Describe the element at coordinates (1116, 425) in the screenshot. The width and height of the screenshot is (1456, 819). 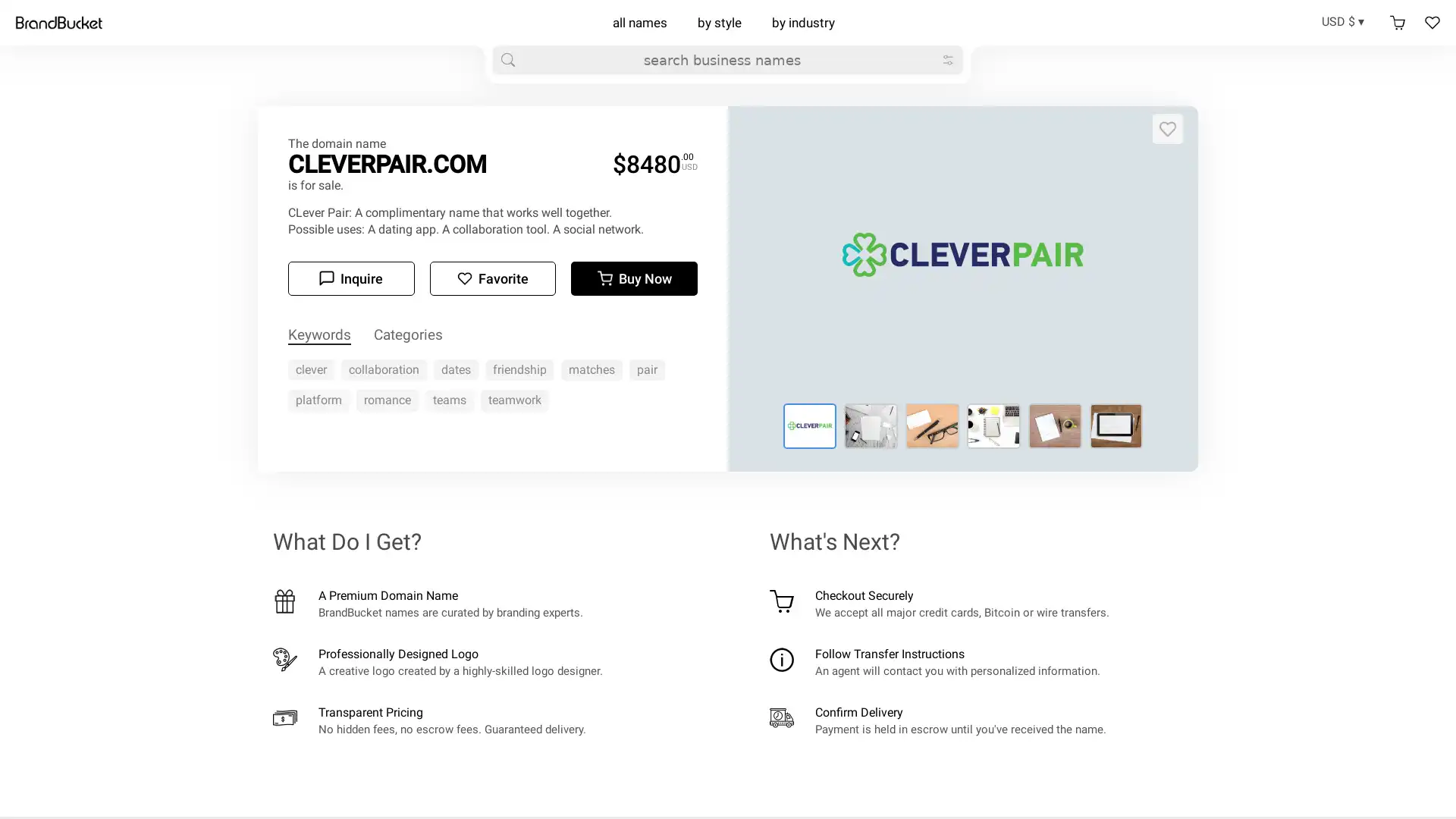
I see `Logo for cleverpair.com` at that location.